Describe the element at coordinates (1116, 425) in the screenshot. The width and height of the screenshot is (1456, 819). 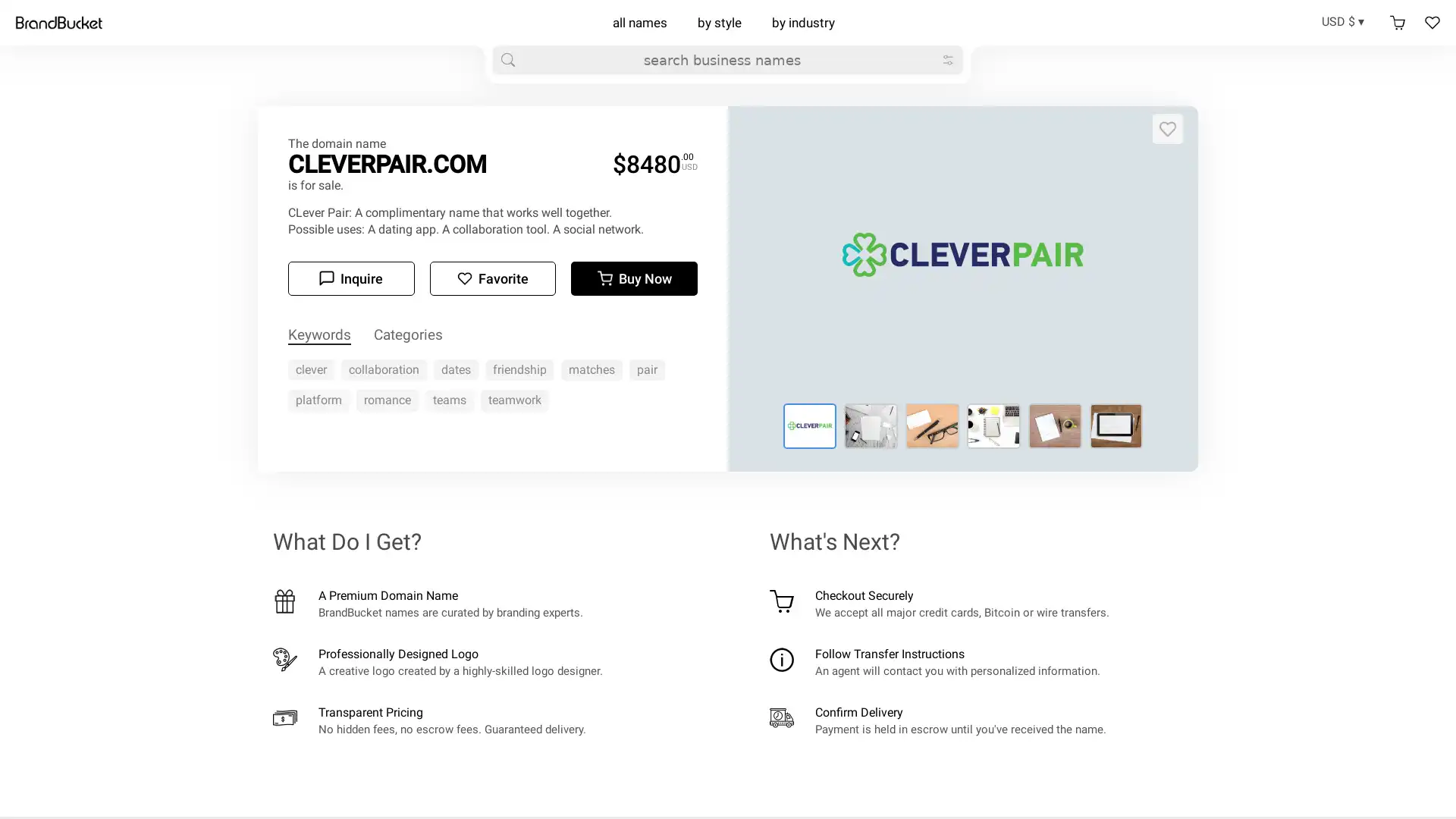
I see `Logo for cleverpair.com` at that location.